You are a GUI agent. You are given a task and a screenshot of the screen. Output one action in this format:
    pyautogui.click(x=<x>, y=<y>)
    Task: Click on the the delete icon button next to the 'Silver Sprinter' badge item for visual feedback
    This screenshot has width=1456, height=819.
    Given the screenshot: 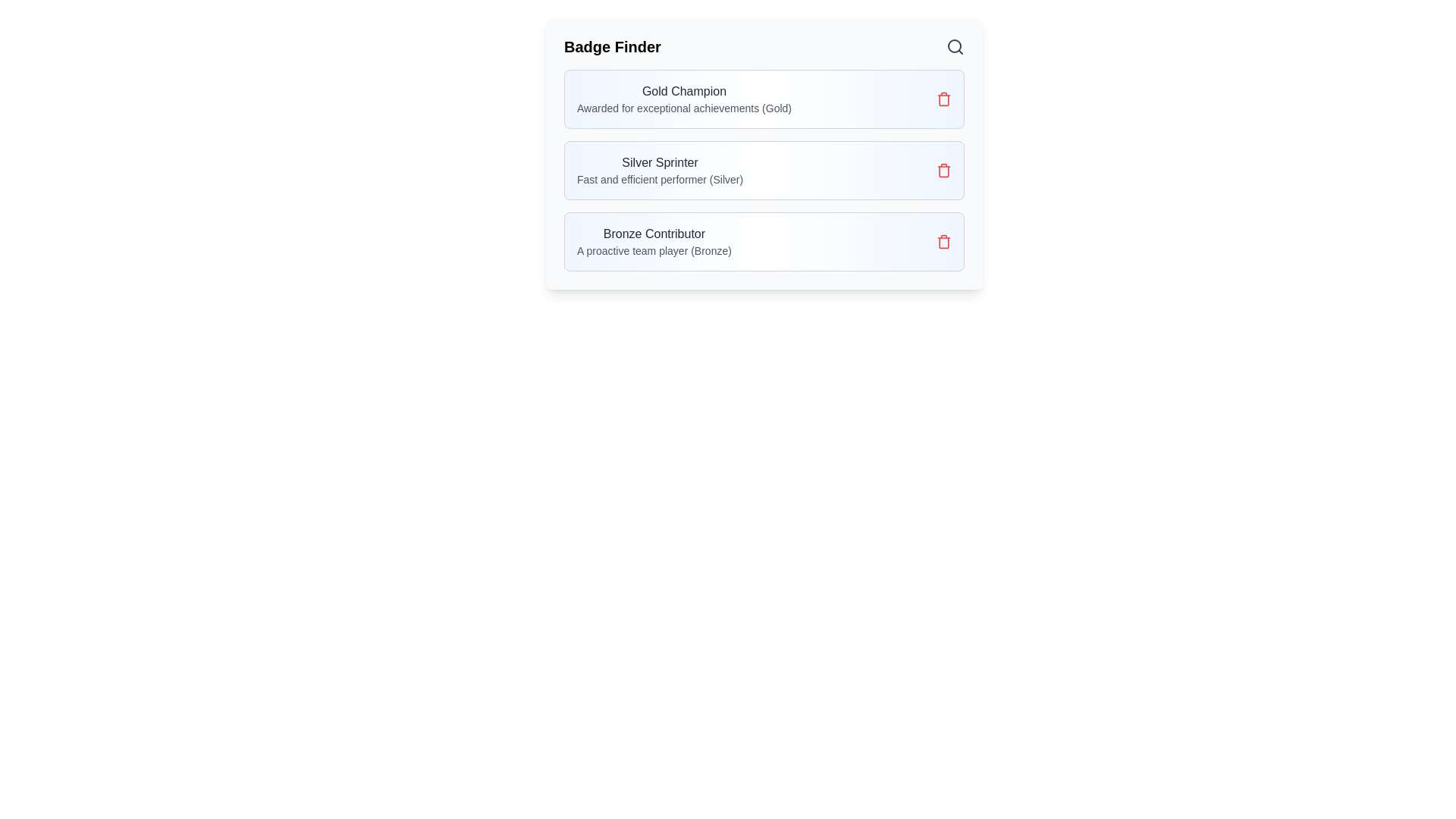 What is the action you would take?
    pyautogui.click(x=943, y=170)
    